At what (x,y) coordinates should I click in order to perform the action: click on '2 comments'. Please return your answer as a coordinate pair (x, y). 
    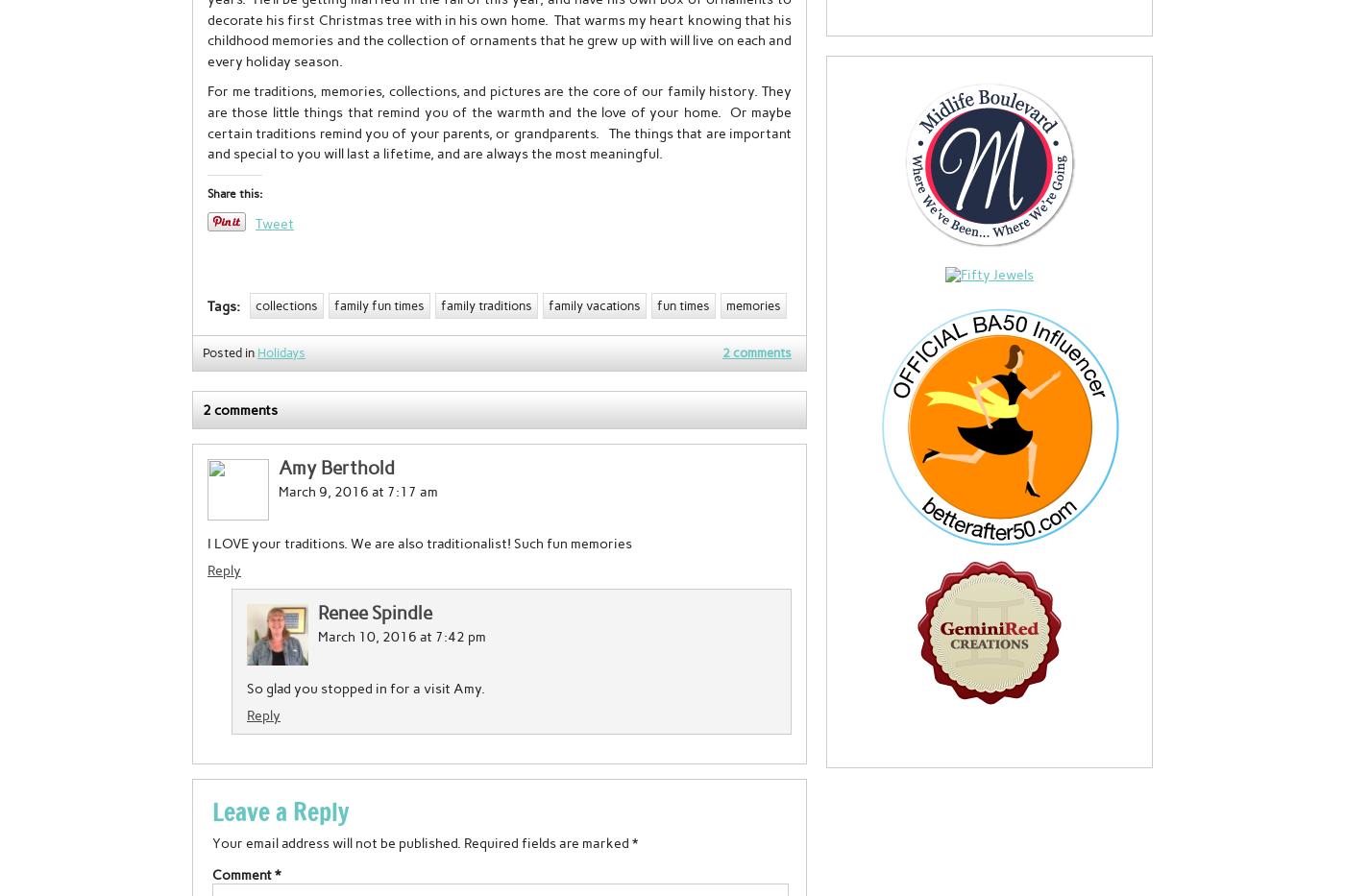
    Looking at the image, I should click on (240, 409).